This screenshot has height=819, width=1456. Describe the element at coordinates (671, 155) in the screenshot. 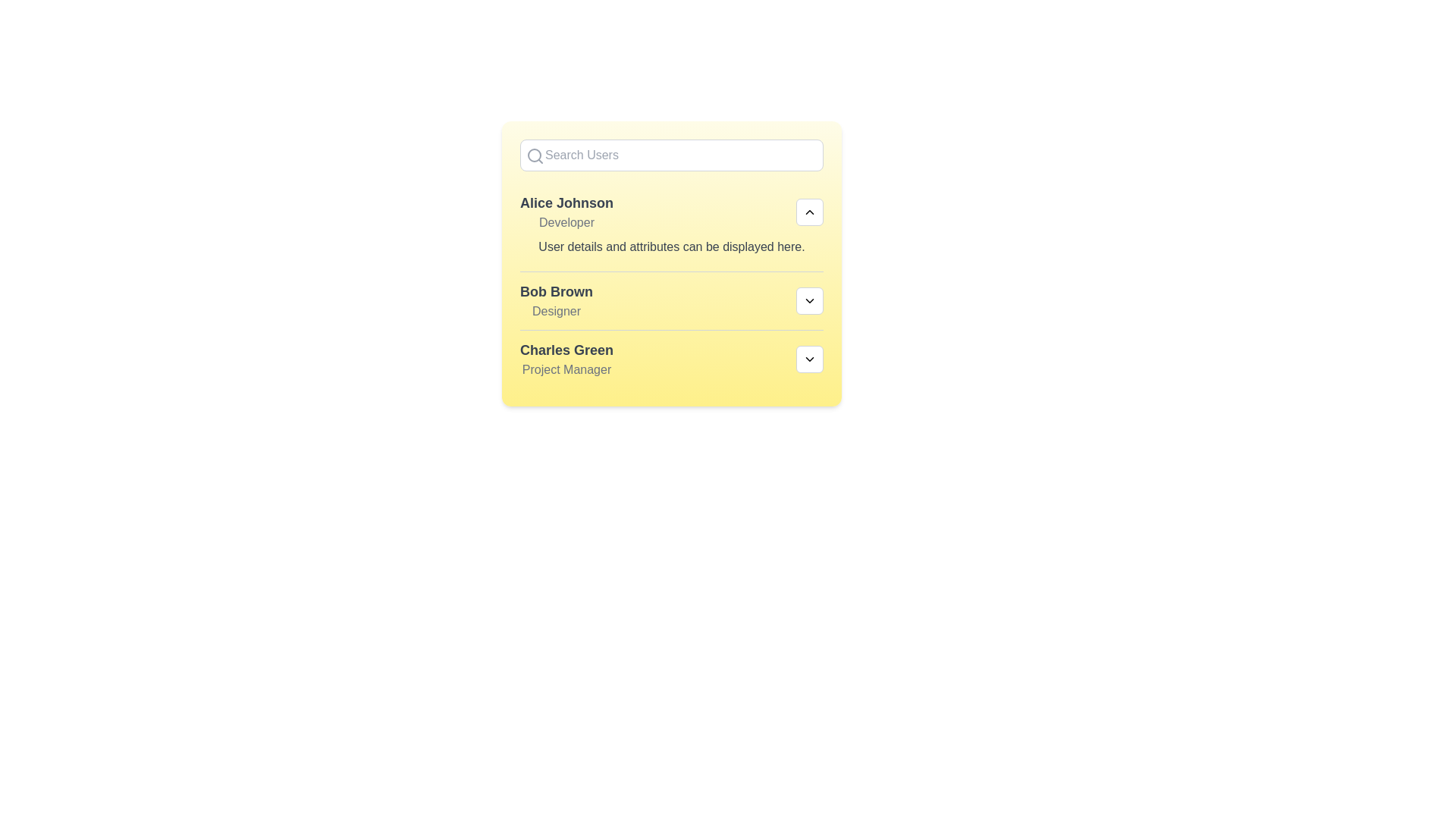

I see `the search input field and type 'Bob'` at that location.